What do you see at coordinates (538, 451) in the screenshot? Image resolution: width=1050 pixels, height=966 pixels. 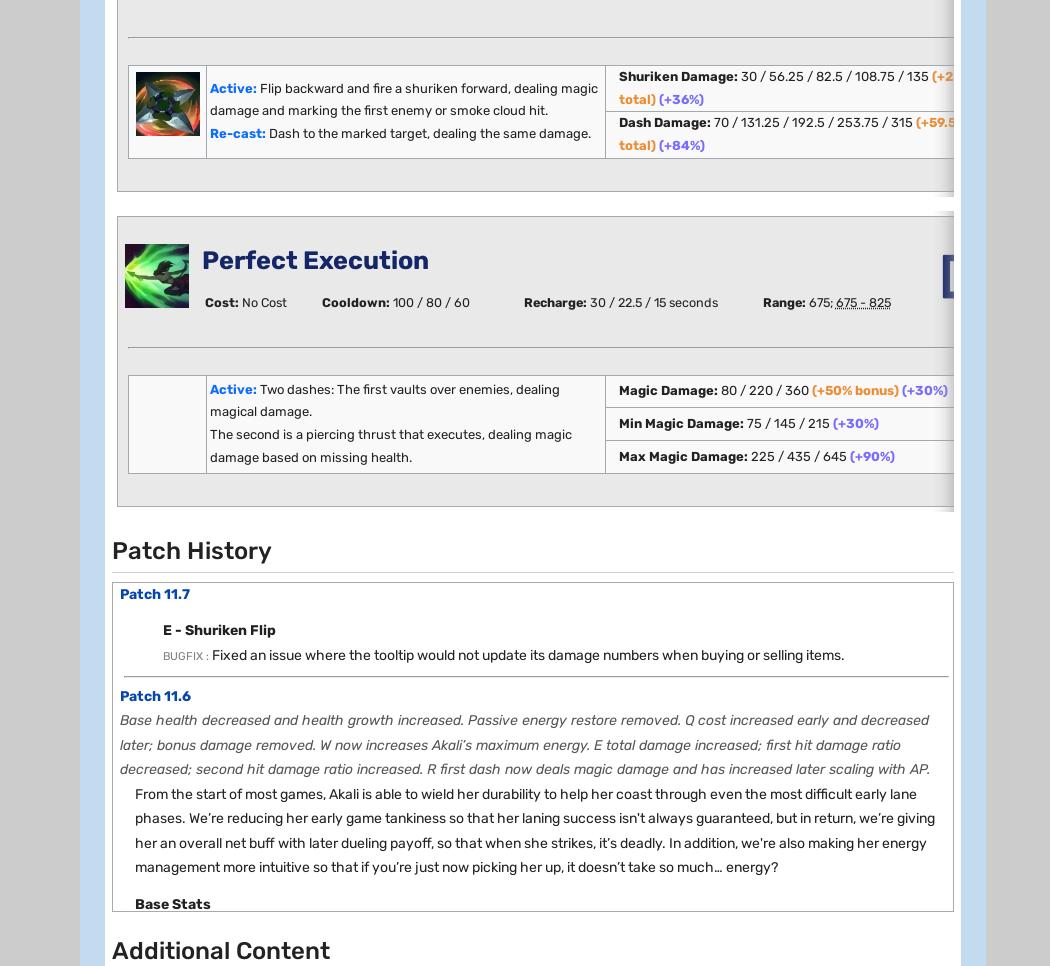 I see `'We're exploring deeper changes to Akali to address the frustration she causes for opponents independent of whether she's strong or weak. In the meantime, we're reducing Twilight Shroud's duration to be more appropriate for the zoning power it offers when used aggressively.'` at bounding box center [538, 451].